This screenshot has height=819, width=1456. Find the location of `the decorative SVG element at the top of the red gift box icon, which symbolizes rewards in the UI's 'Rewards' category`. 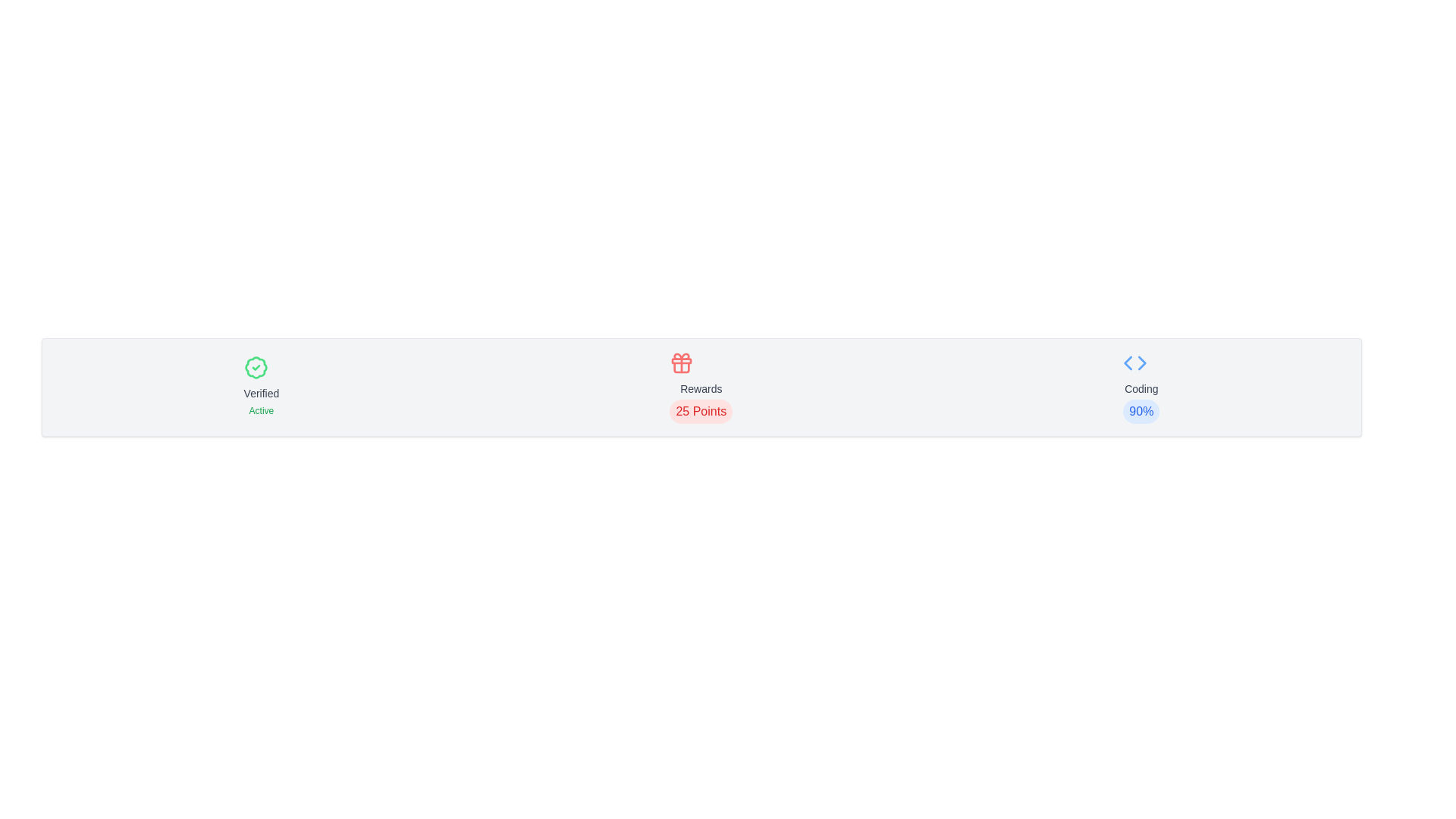

the decorative SVG element at the top of the red gift box icon, which symbolizes rewards in the UI's 'Rewards' category is located at coordinates (681, 356).